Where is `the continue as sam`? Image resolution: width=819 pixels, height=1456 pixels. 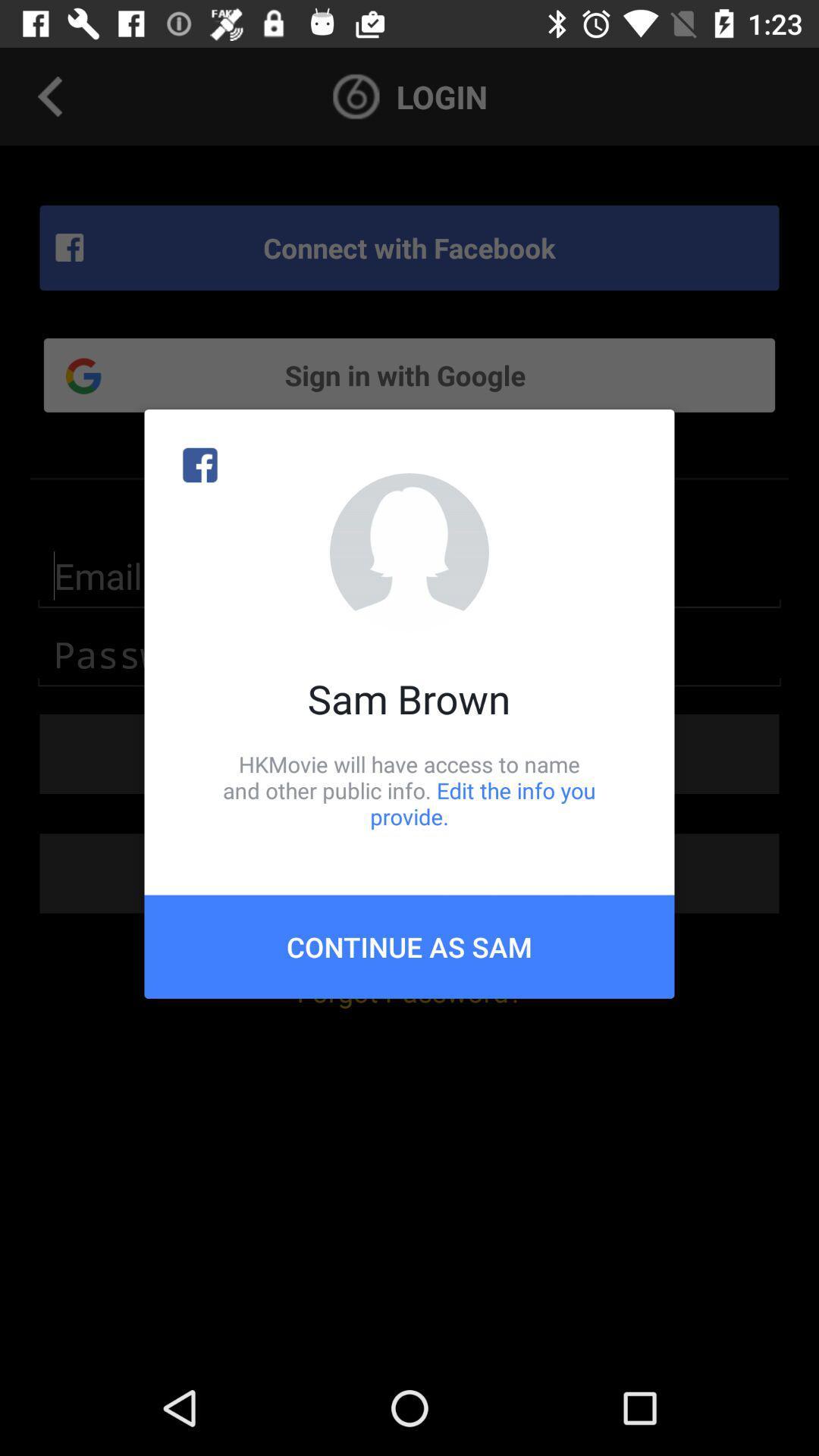
the continue as sam is located at coordinates (409, 946).